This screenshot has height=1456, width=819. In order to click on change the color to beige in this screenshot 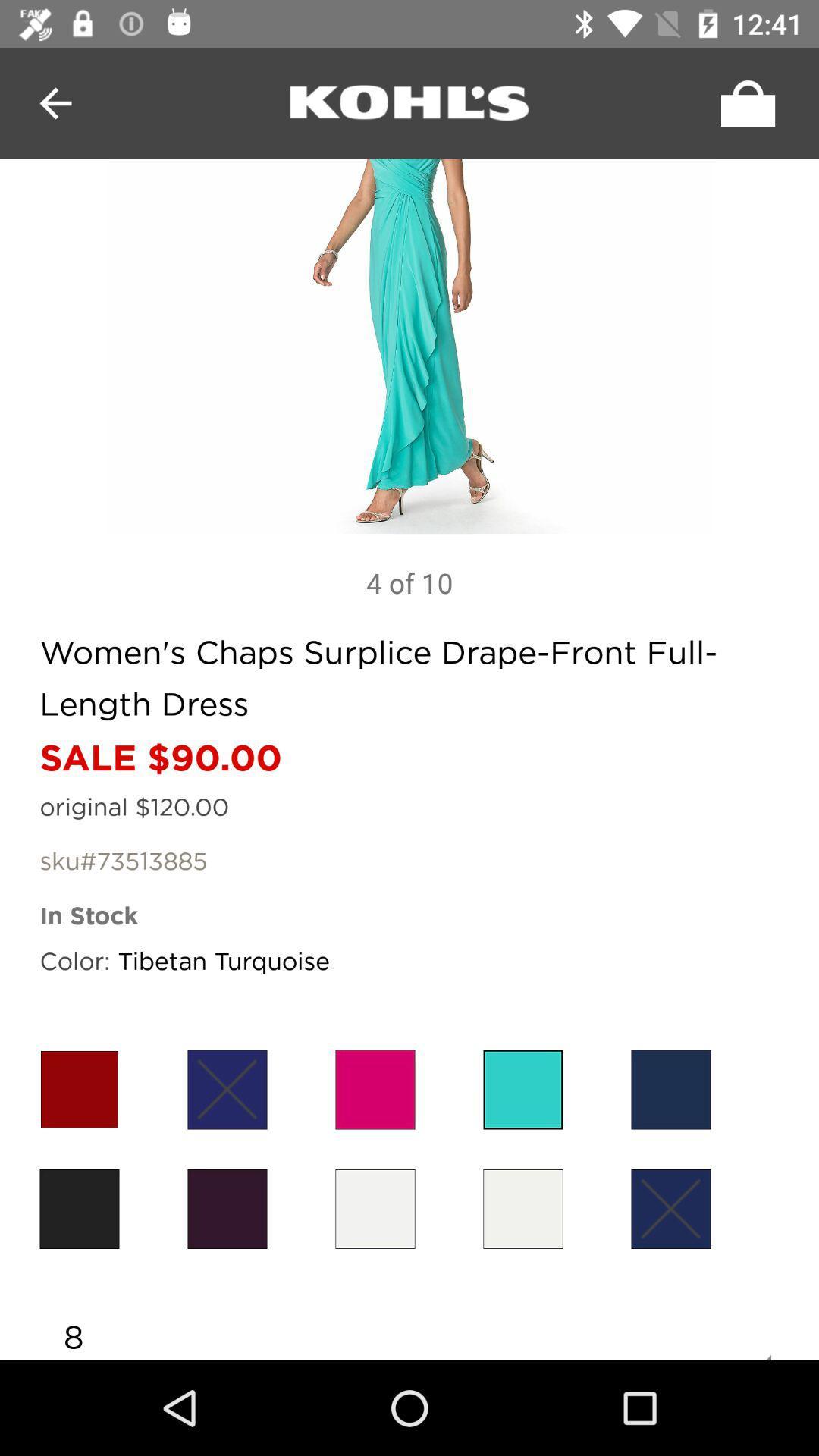, I will do `click(522, 1208)`.